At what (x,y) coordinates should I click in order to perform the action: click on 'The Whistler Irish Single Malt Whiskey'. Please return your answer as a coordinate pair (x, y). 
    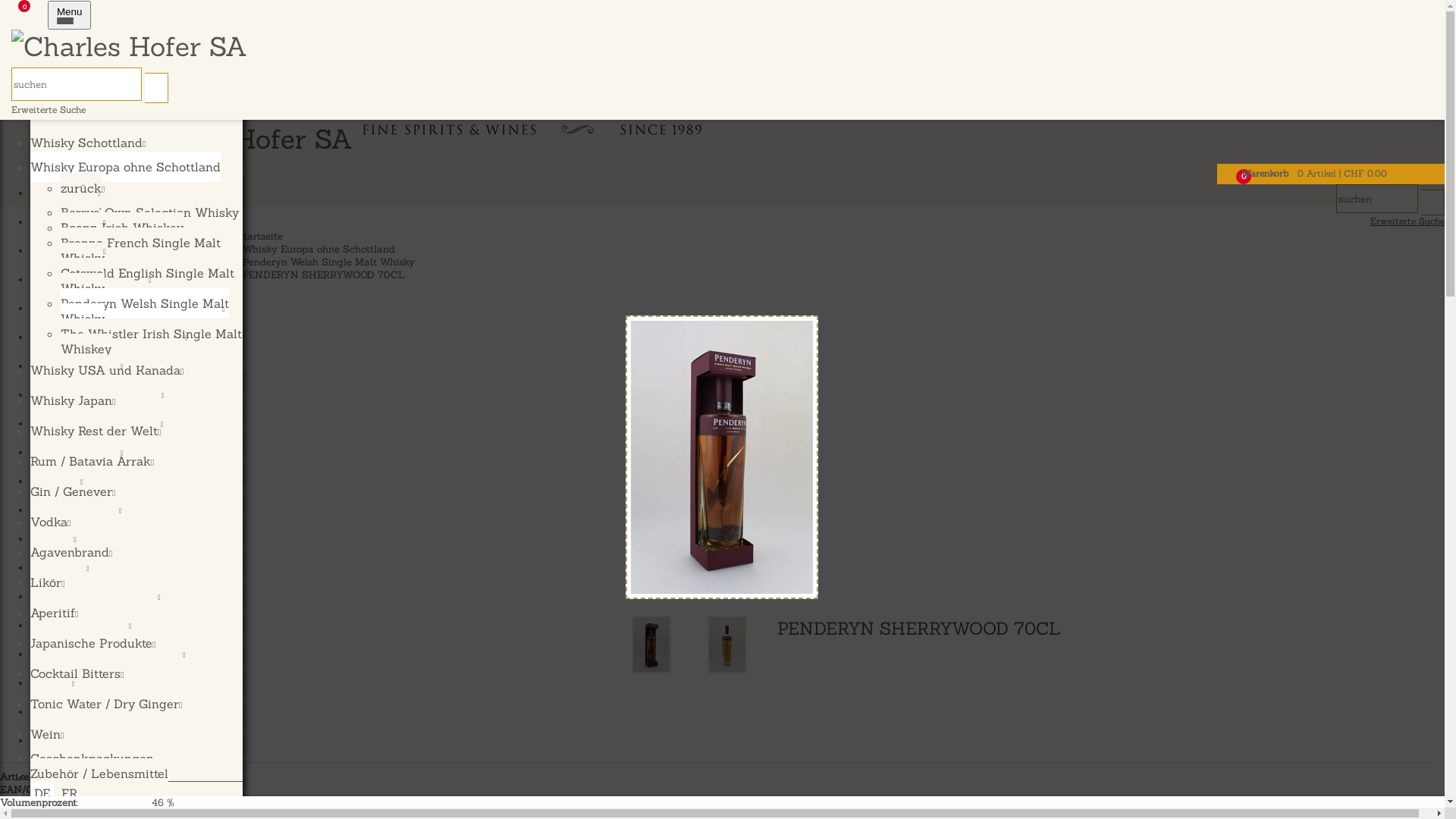
    Looking at the image, I should click on (61, 341).